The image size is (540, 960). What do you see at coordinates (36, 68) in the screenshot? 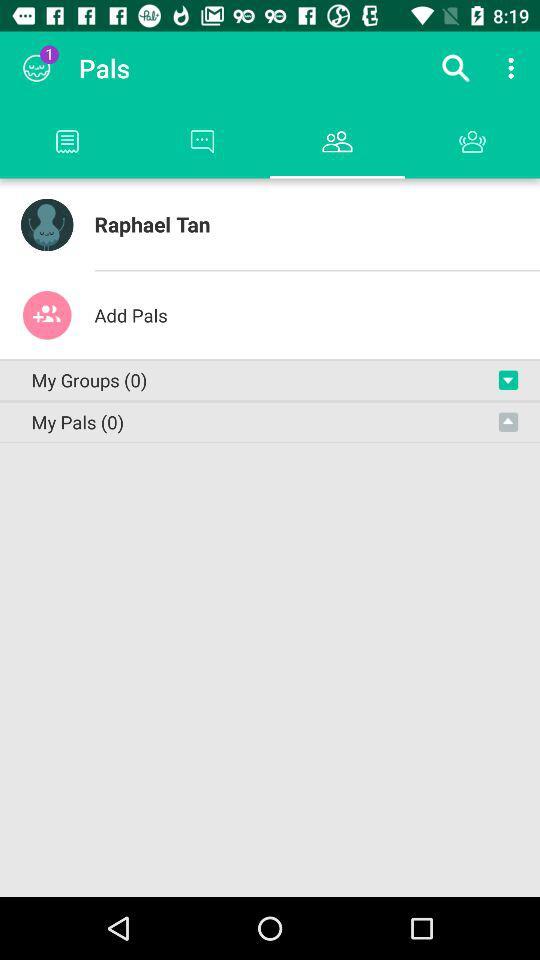
I see `item to the left of pals` at bounding box center [36, 68].